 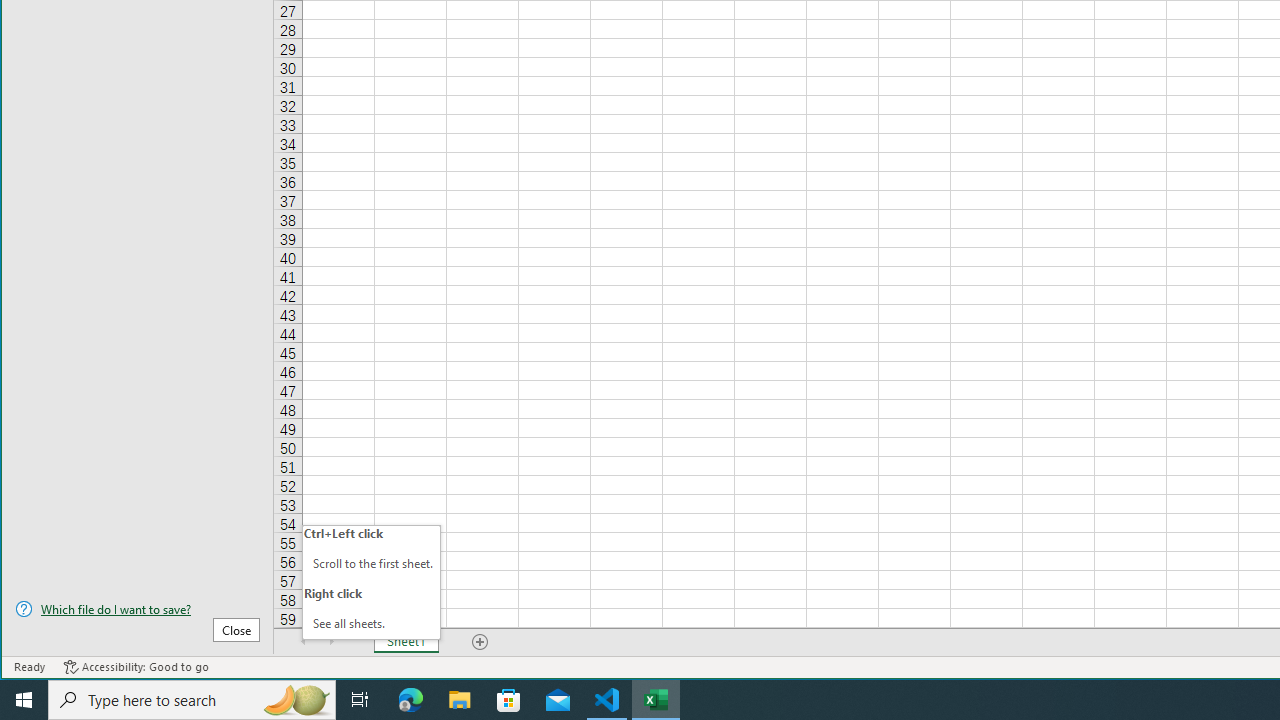 What do you see at coordinates (606, 698) in the screenshot?
I see `'Visual Studio Code - 1 running window'` at bounding box center [606, 698].